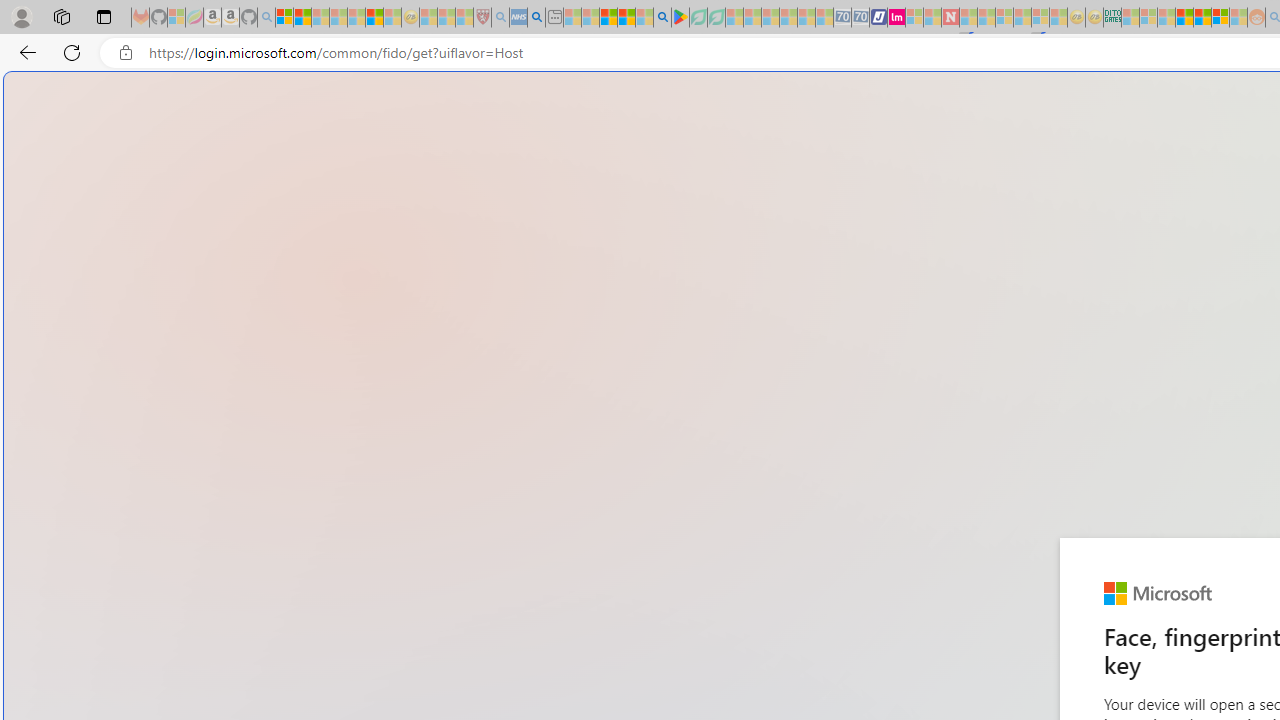 The width and height of the screenshot is (1280, 720). I want to click on 'Robert H. Shmerling, MD - Harvard Health - Sleeping', so click(482, 17).